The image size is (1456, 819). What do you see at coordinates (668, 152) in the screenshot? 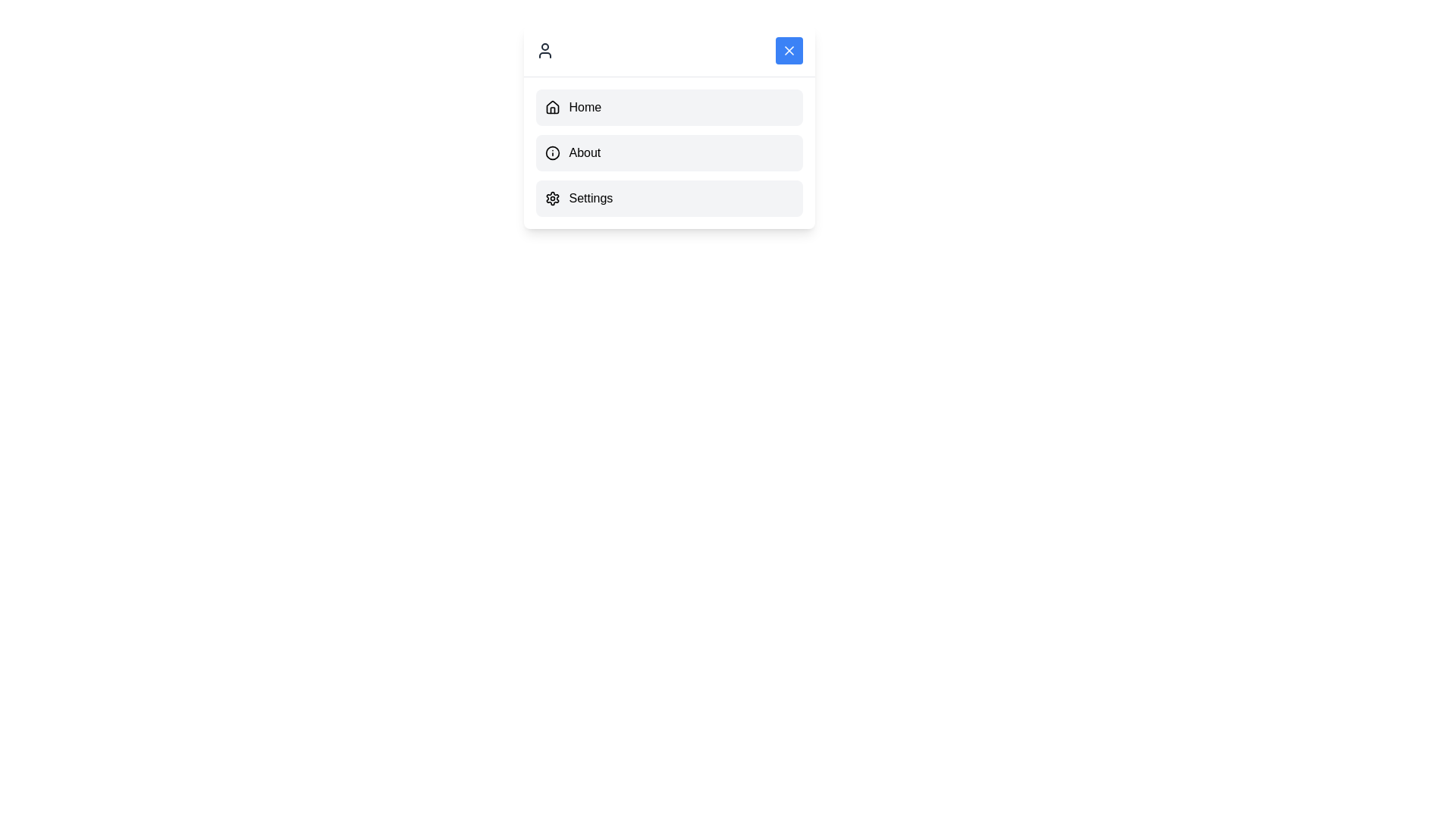
I see `the 'About' button in the menu` at bounding box center [668, 152].